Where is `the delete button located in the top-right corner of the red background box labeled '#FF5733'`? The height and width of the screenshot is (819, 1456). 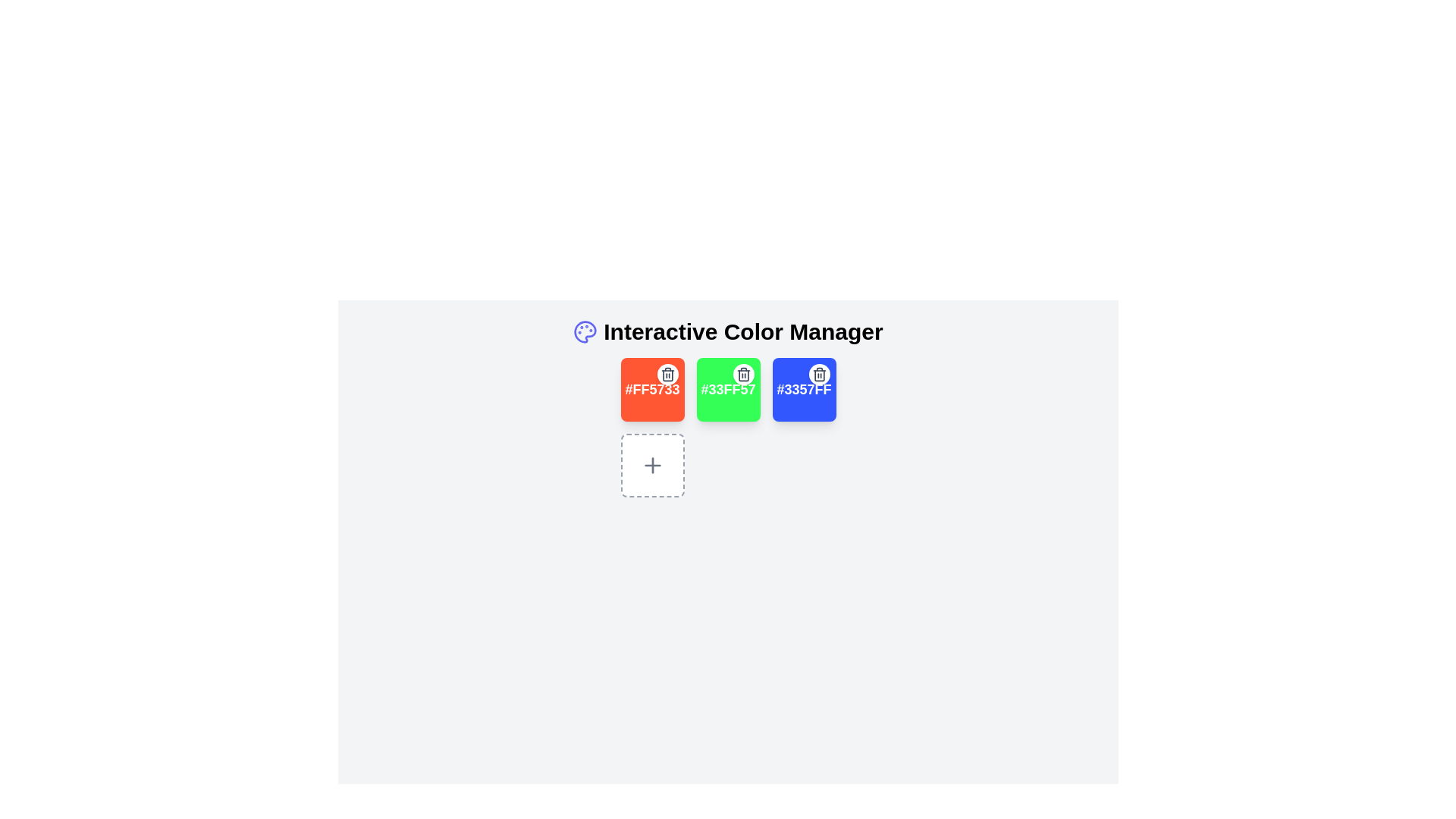
the delete button located in the top-right corner of the red background box labeled '#FF5733' is located at coordinates (667, 374).